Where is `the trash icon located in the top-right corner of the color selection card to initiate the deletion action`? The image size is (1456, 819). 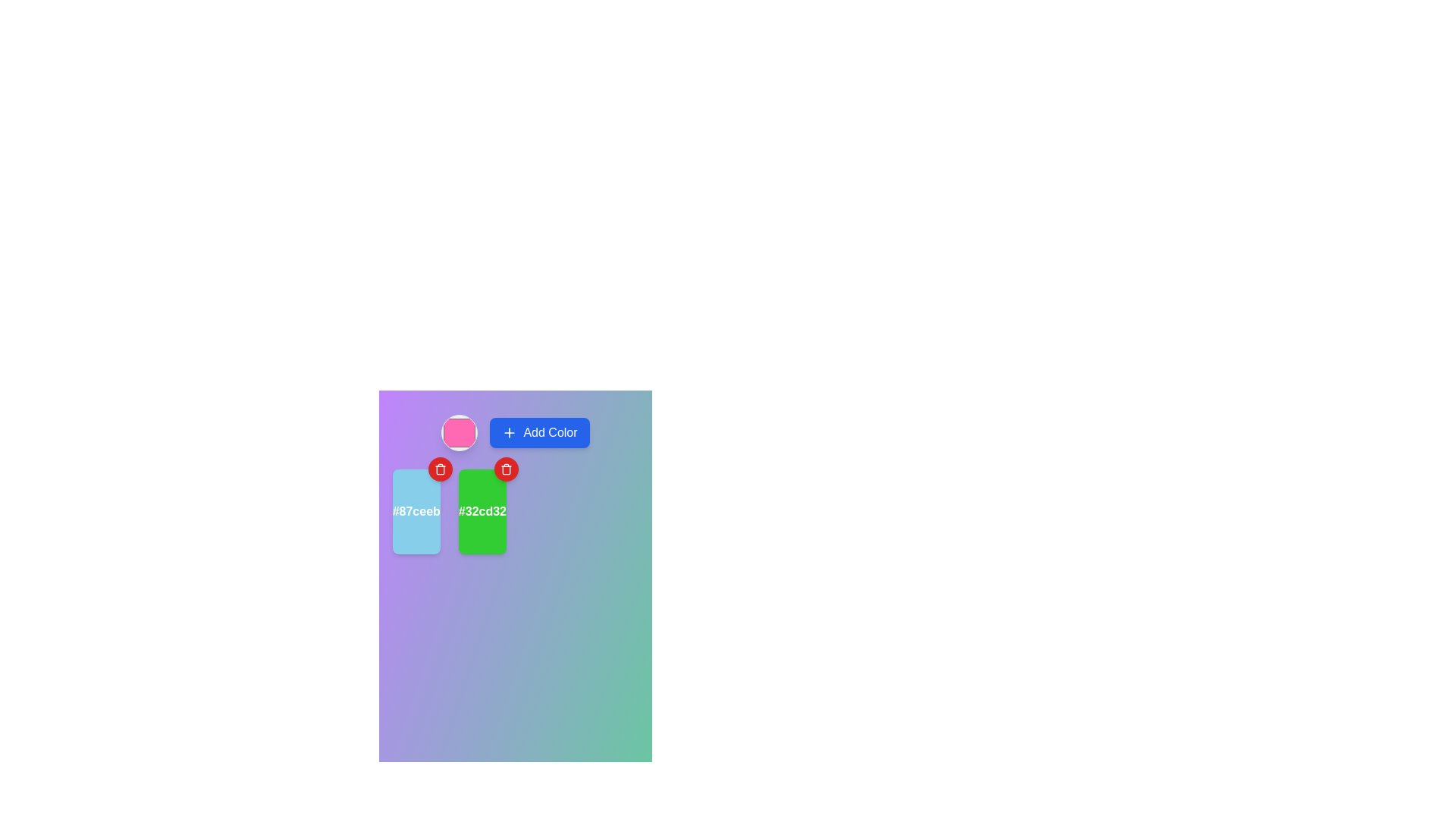 the trash icon located in the top-right corner of the color selection card to initiate the deletion action is located at coordinates (439, 468).